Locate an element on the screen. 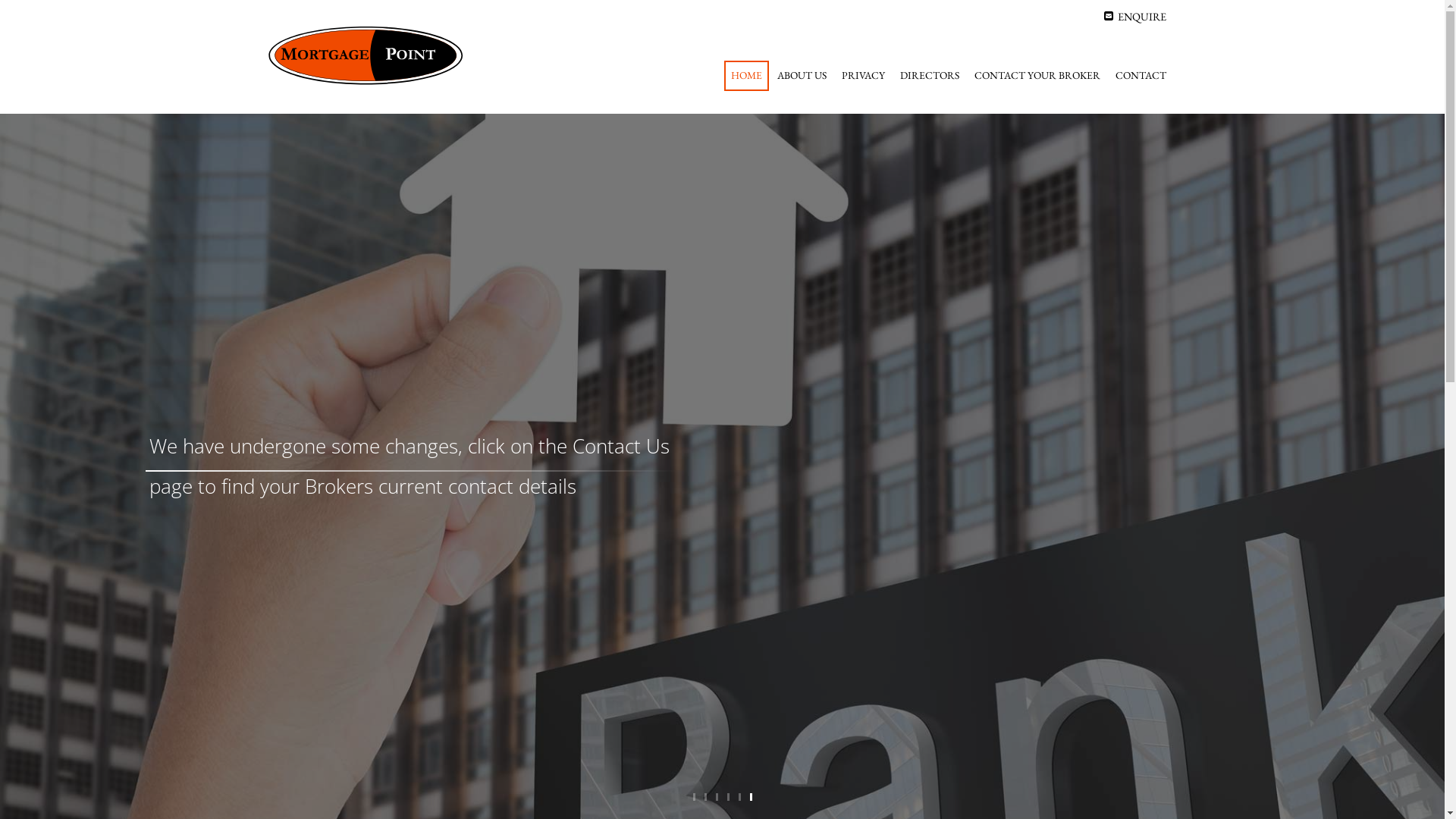  'HOME' is located at coordinates (723, 76).